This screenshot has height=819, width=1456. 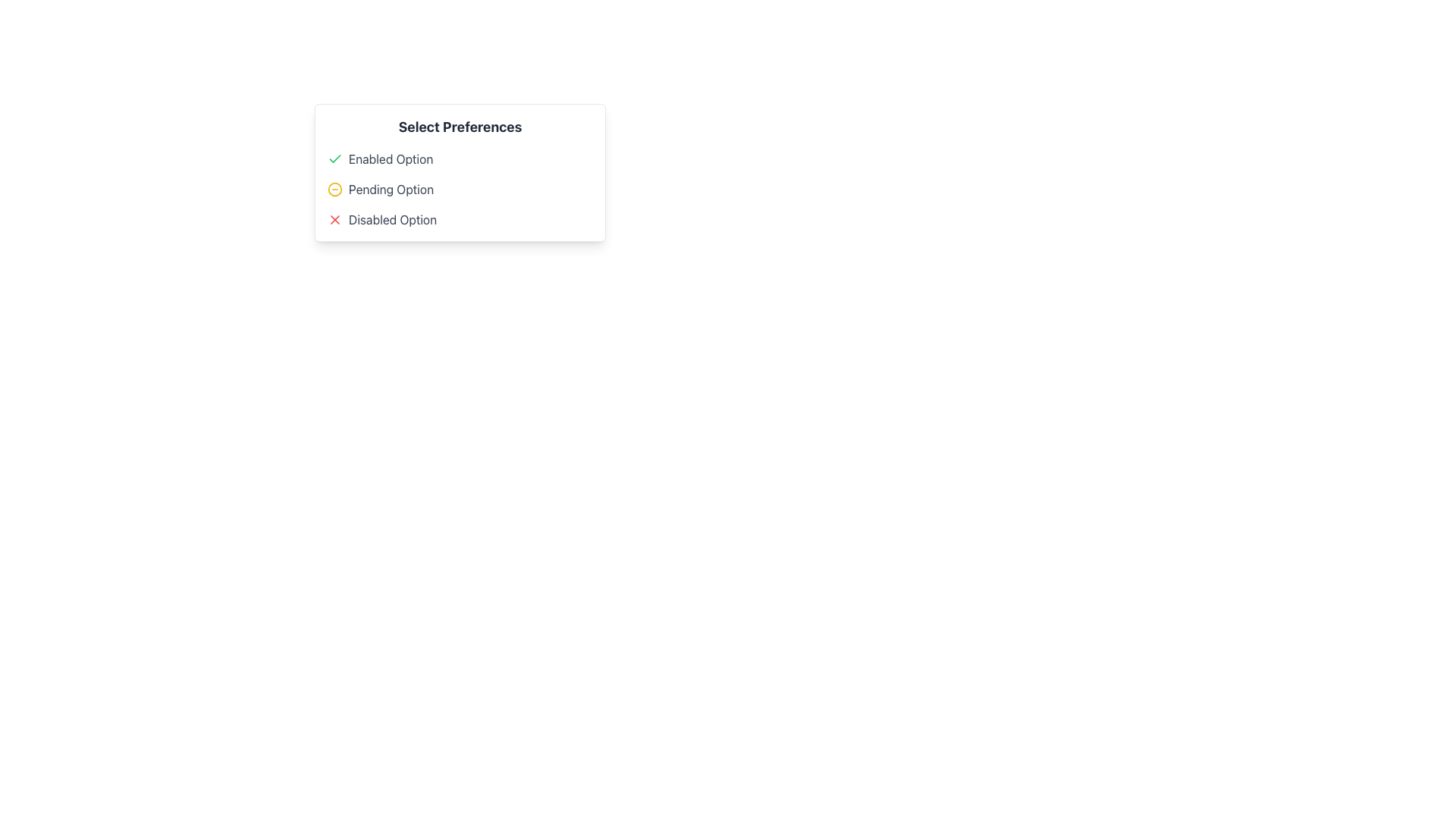 What do you see at coordinates (334, 219) in the screenshot?
I see `the 'Disabled' state vector graphic icon, which is the third icon in a series of three, located in the lower portion of the preferences list, associated with the text 'Disabled Option'` at bounding box center [334, 219].